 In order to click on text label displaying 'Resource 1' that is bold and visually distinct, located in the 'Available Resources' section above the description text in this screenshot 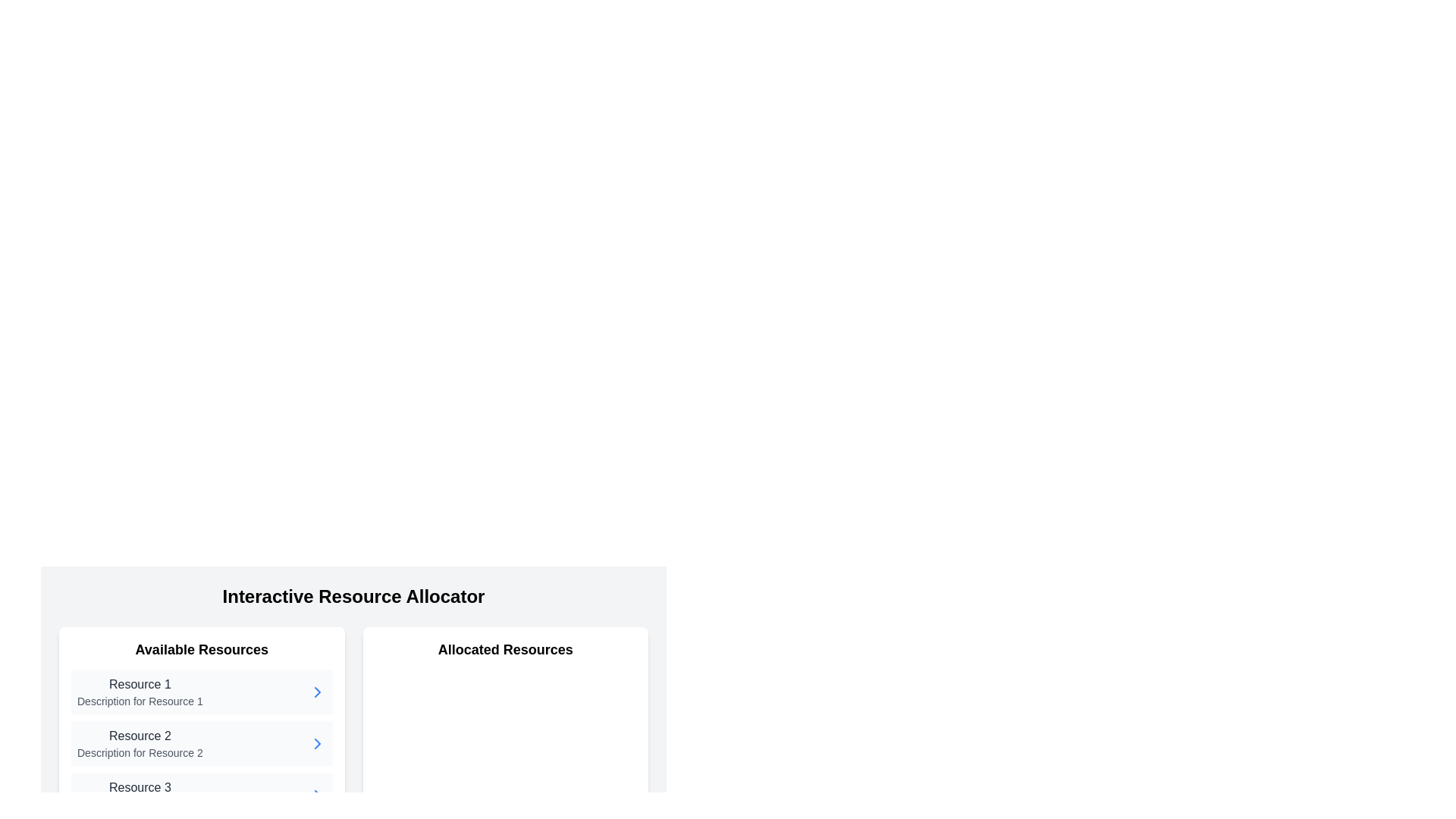, I will do `click(140, 684)`.